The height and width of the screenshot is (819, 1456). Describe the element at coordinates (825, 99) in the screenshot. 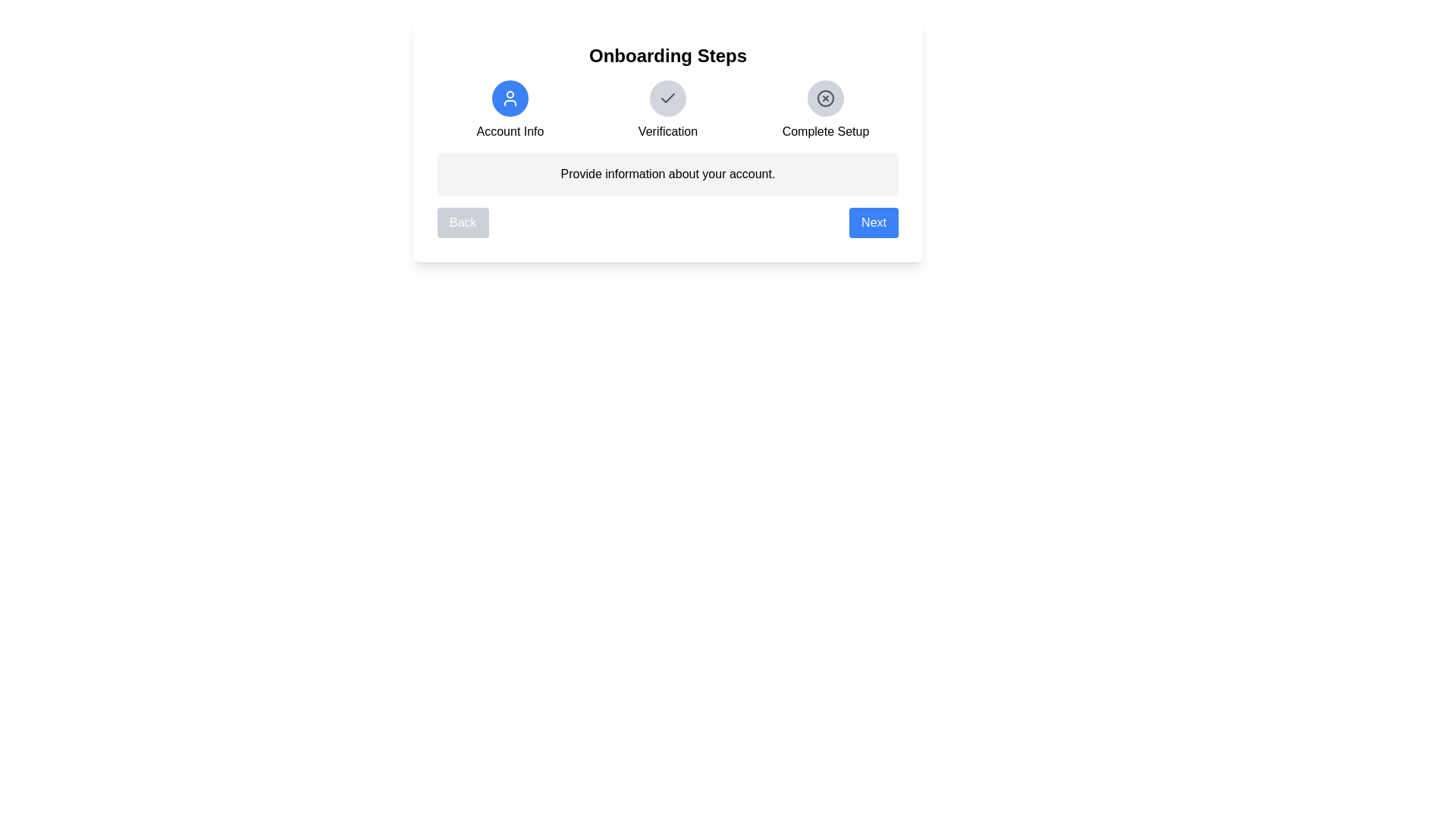

I see `the step icon for Complete Setup to navigate to that step` at that location.